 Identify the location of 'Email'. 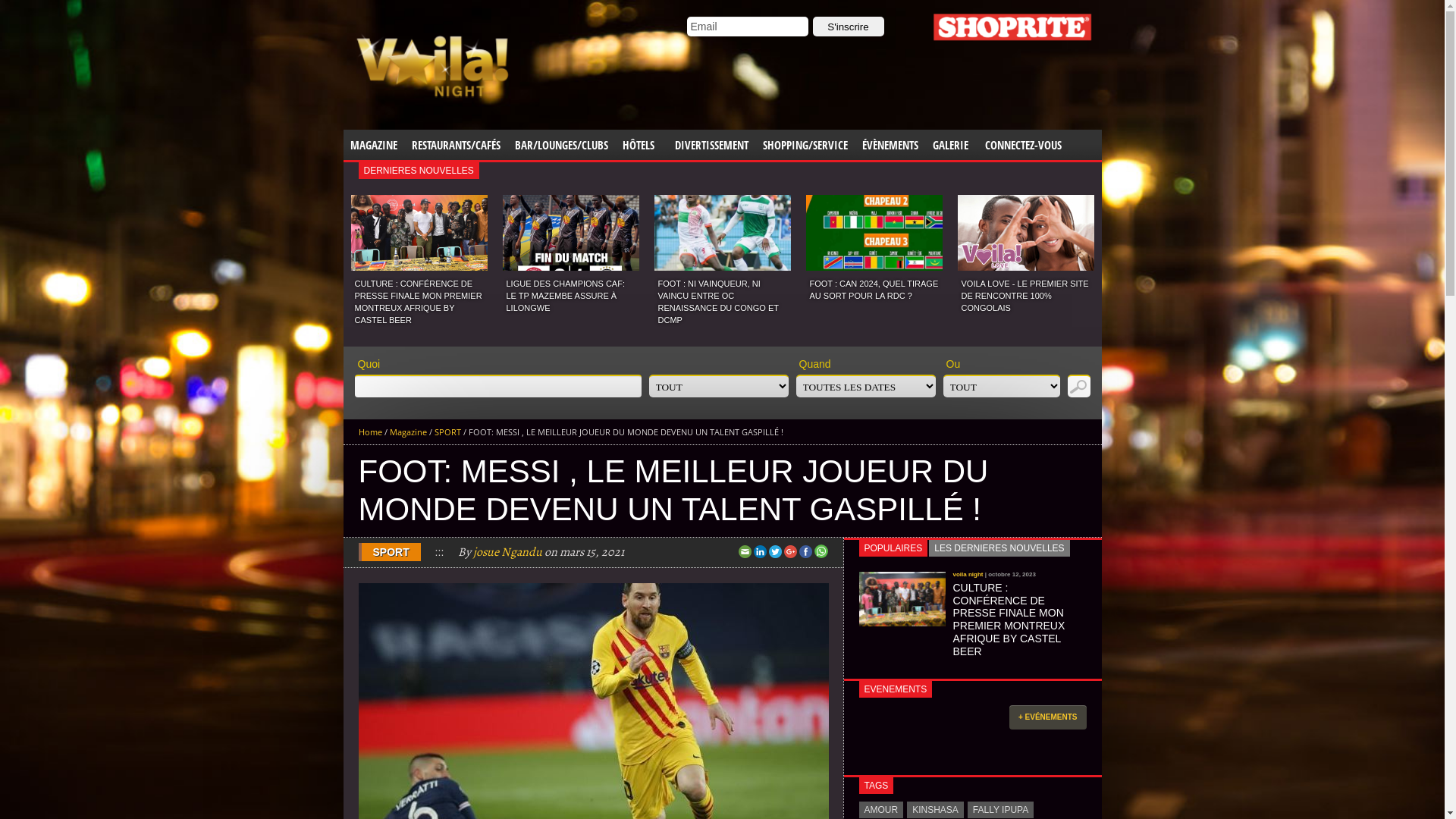
(739, 551).